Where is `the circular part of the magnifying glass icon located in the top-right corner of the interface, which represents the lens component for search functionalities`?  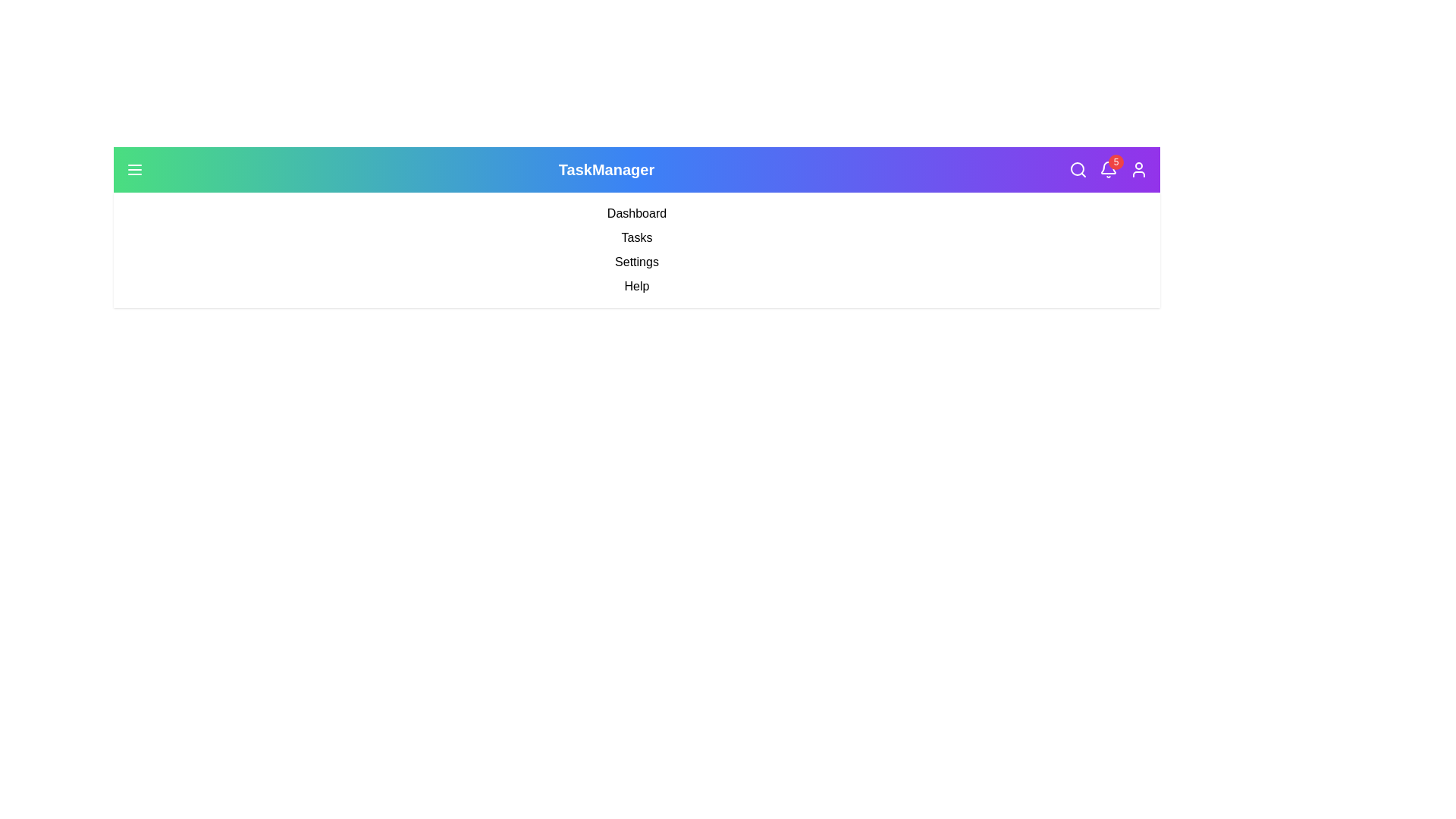
the circular part of the magnifying glass icon located in the top-right corner of the interface, which represents the lens component for search functionalities is located at coordinates (1076, 169).